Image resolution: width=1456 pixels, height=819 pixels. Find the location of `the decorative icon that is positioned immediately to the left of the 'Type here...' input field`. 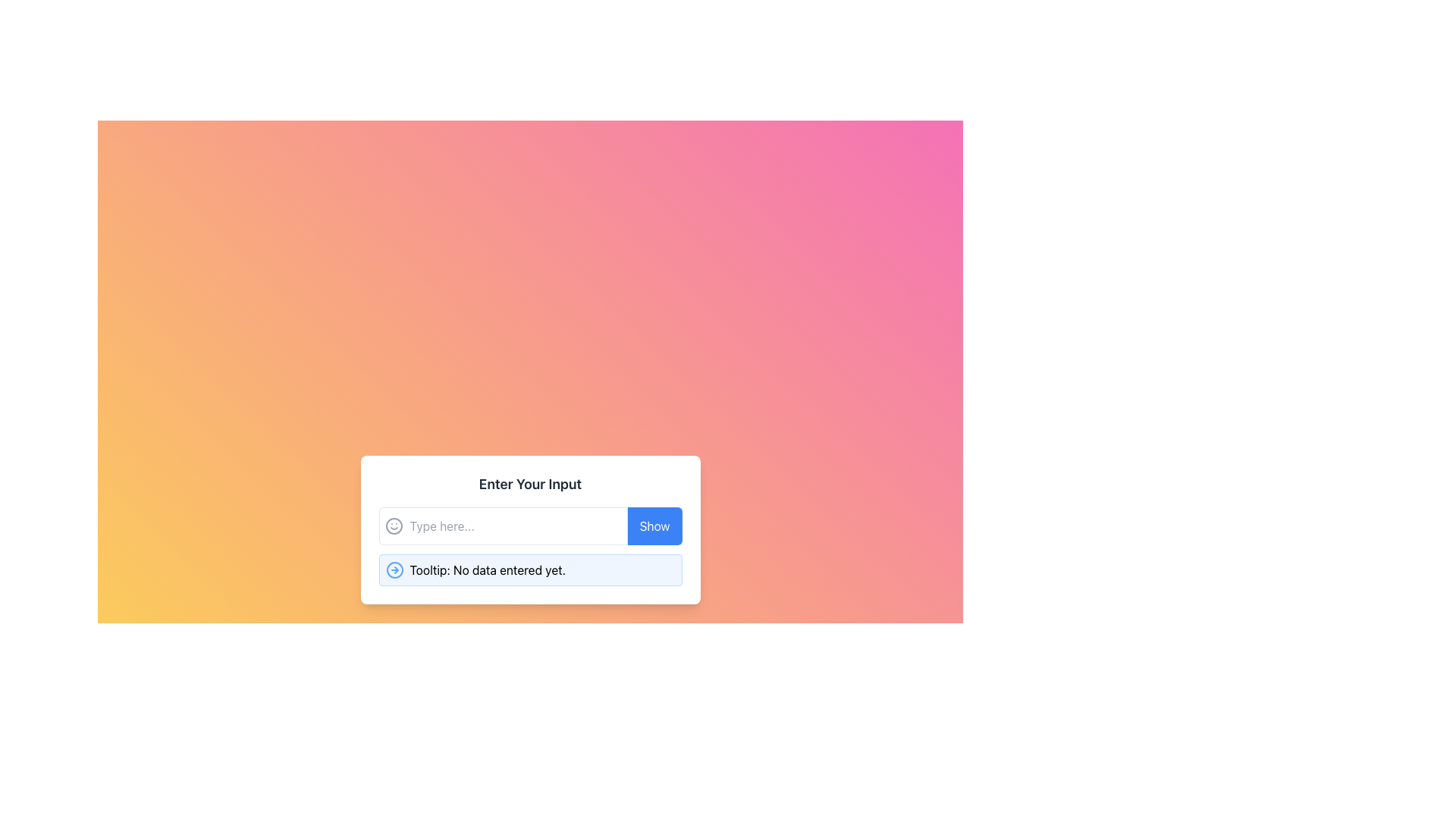

the decorative icon that is positioned immediately to the left of the 'Type here...' input field is located at coordinates (394, 526).